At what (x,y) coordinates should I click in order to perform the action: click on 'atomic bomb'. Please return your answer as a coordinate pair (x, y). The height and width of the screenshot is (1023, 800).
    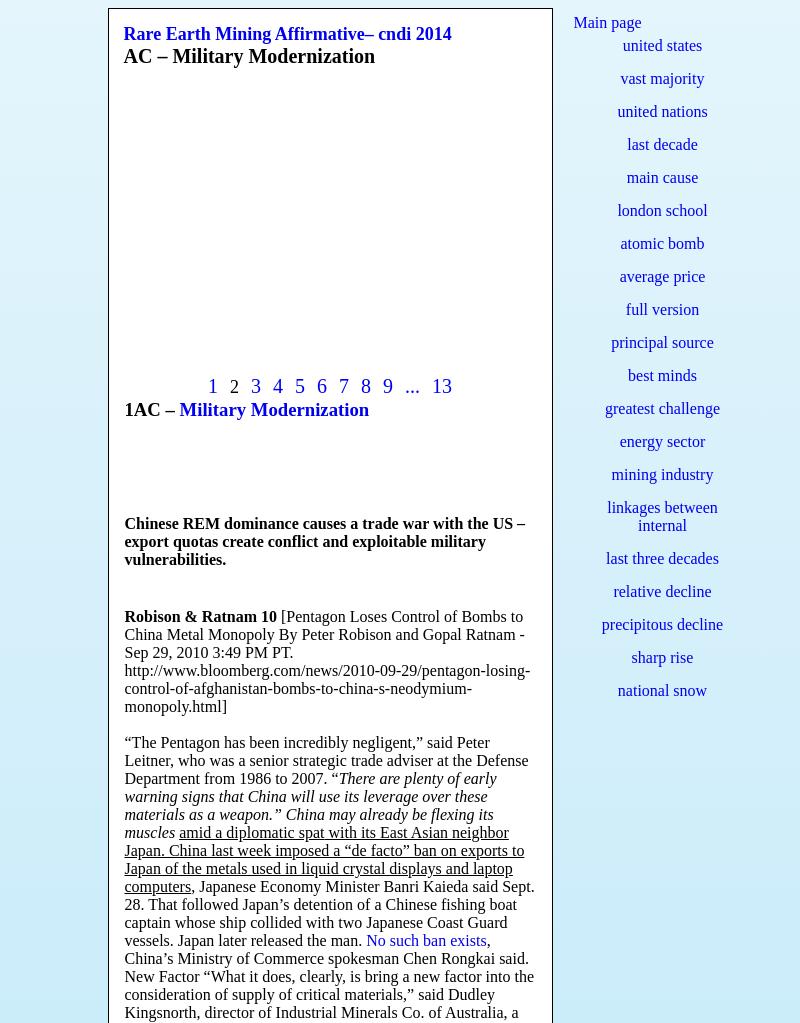
    Looking at the image, I should click on (620, 242).